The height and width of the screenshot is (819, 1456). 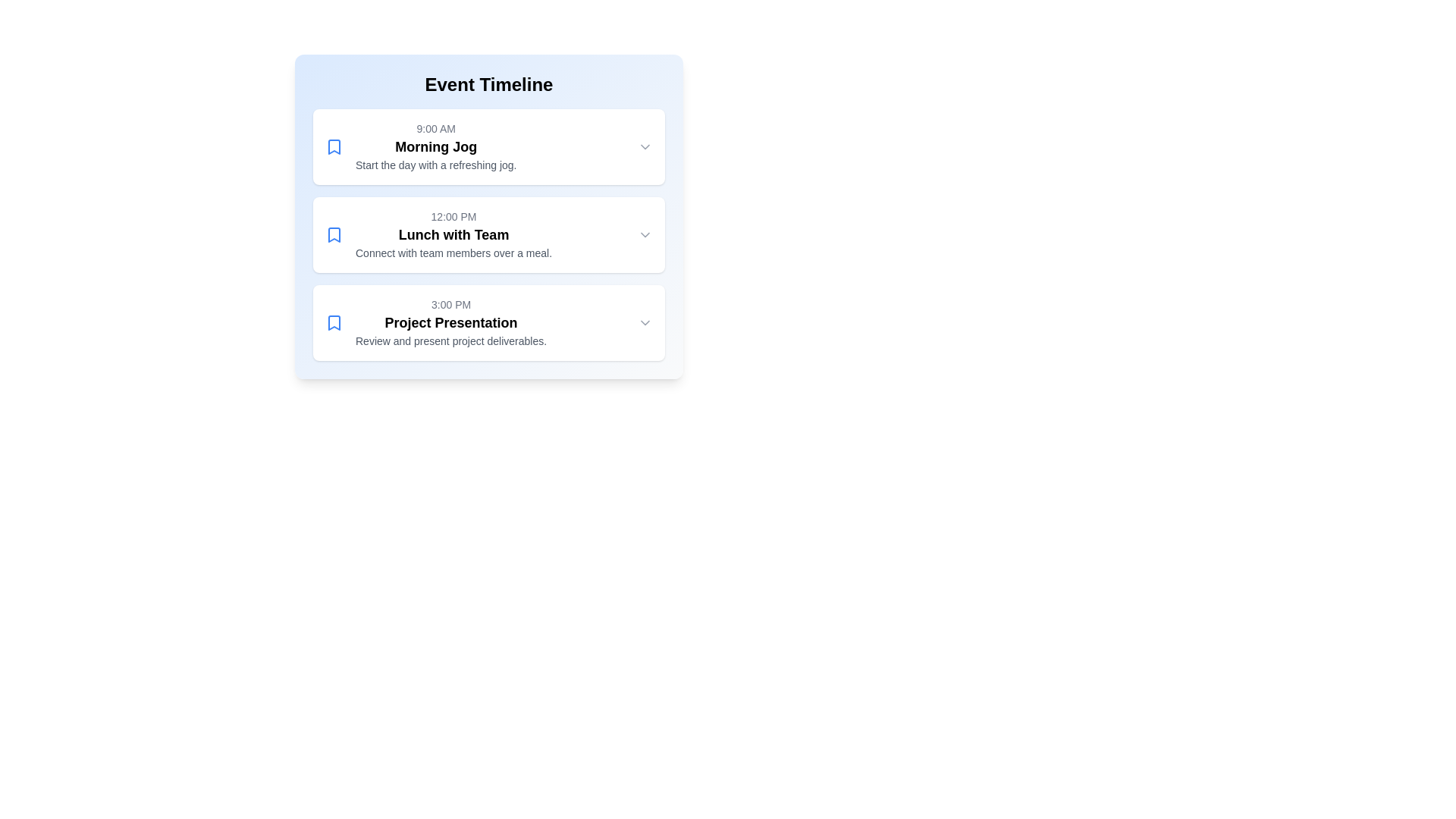 I want to click on the text block containing the event description 'Morning Jog' in the uppermost event card, so click(x=435, y=146).